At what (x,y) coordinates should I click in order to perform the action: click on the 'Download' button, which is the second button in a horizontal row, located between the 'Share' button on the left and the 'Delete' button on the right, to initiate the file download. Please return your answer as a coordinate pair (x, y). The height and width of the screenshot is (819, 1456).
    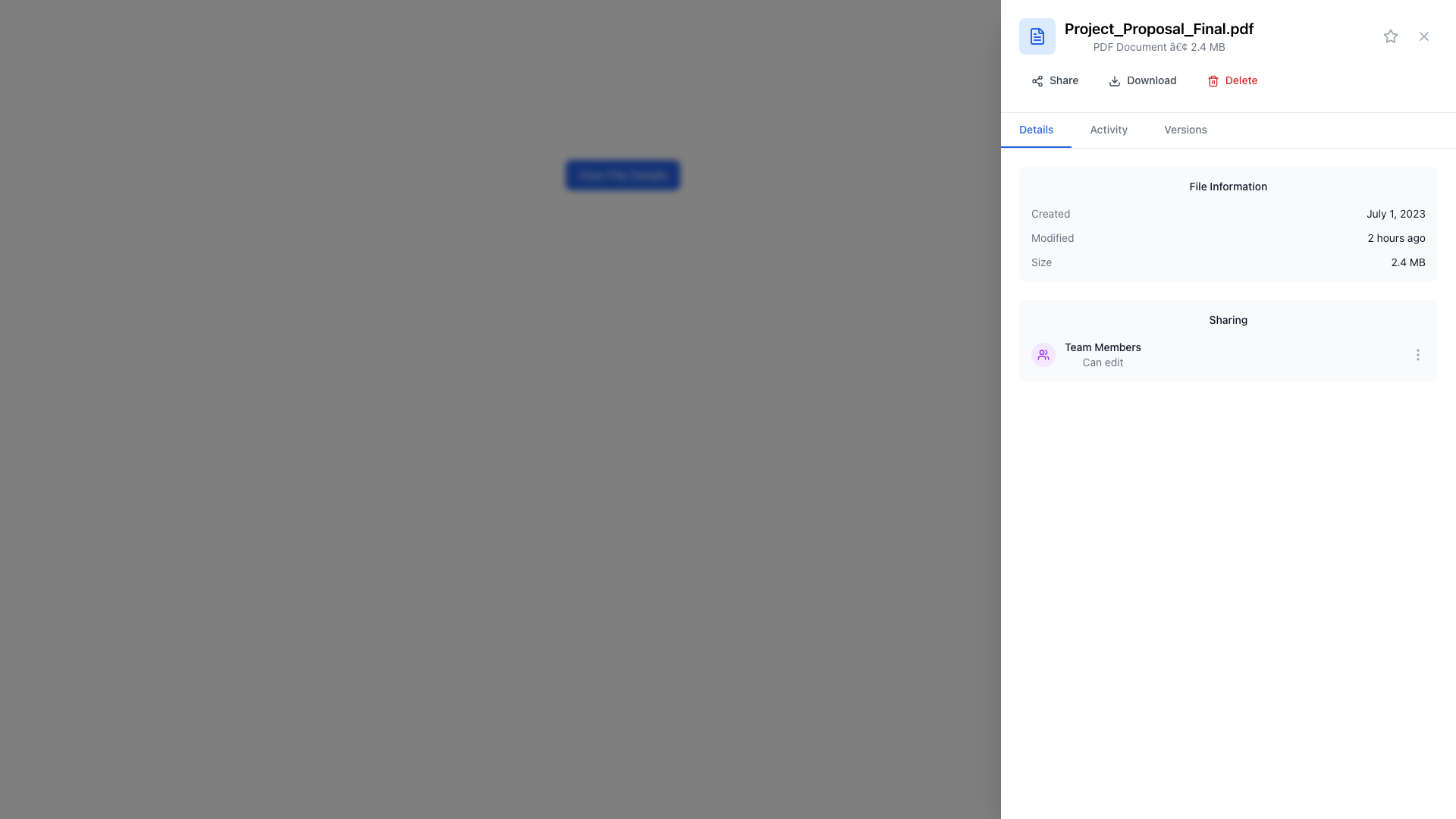
    Looking at the image, I should click on (1143, 80).